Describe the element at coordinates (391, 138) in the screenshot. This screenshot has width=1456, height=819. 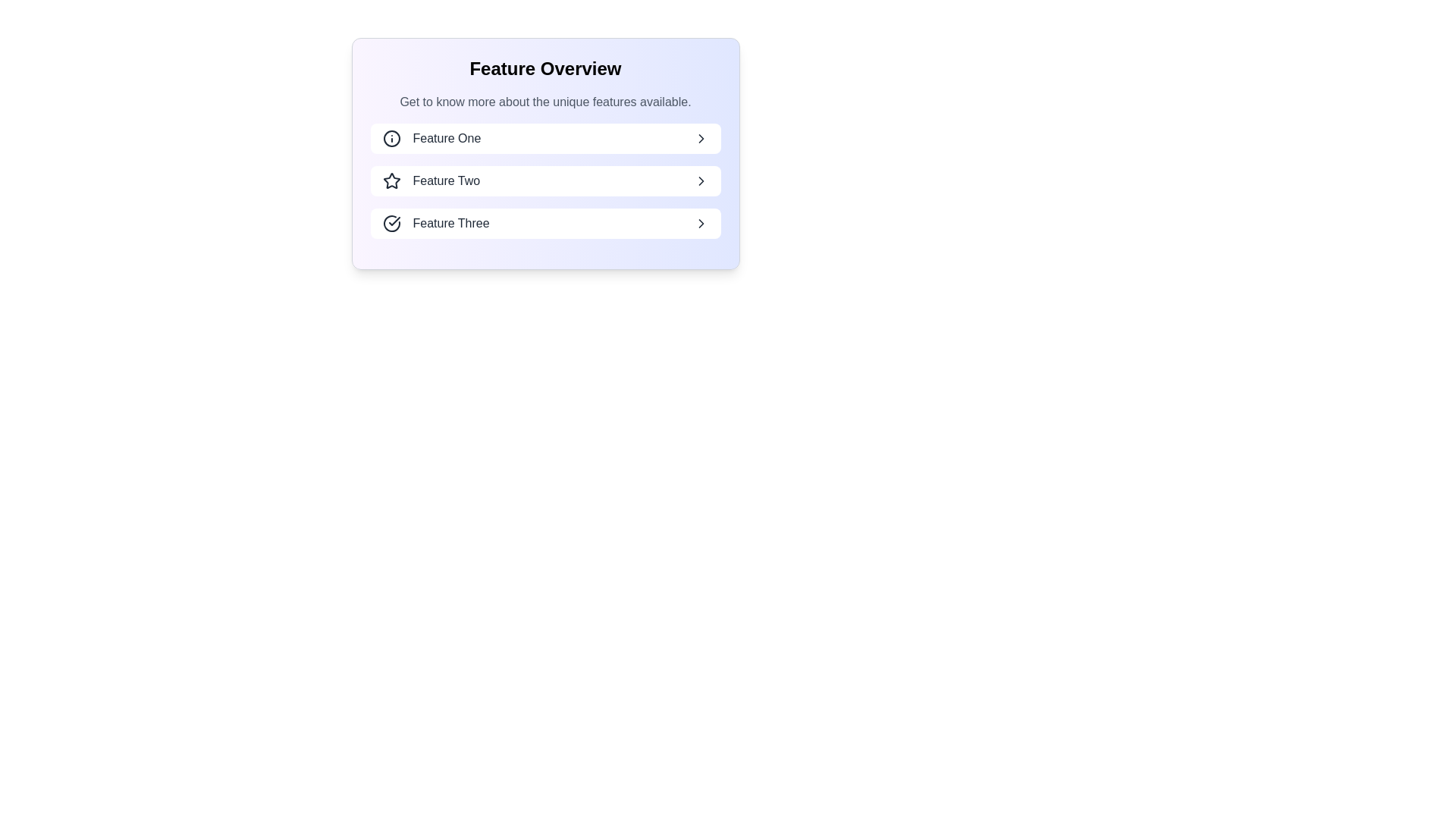
I see `the icon indicating 'Feature One', which is the first visual component in the row aligned horizontally with the text` at that location.